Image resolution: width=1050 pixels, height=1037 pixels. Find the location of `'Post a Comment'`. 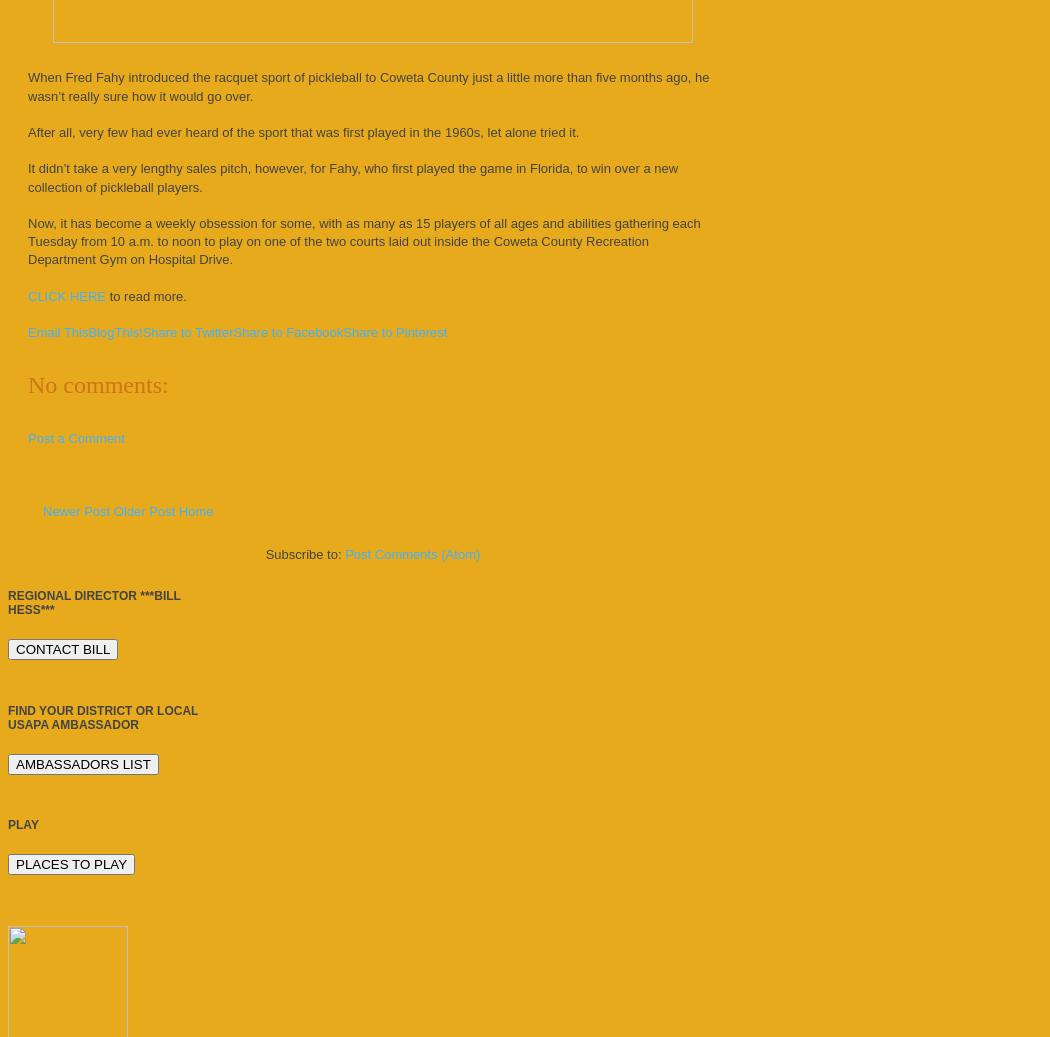

'Post a Comment' is located at coordinates (76, 437).